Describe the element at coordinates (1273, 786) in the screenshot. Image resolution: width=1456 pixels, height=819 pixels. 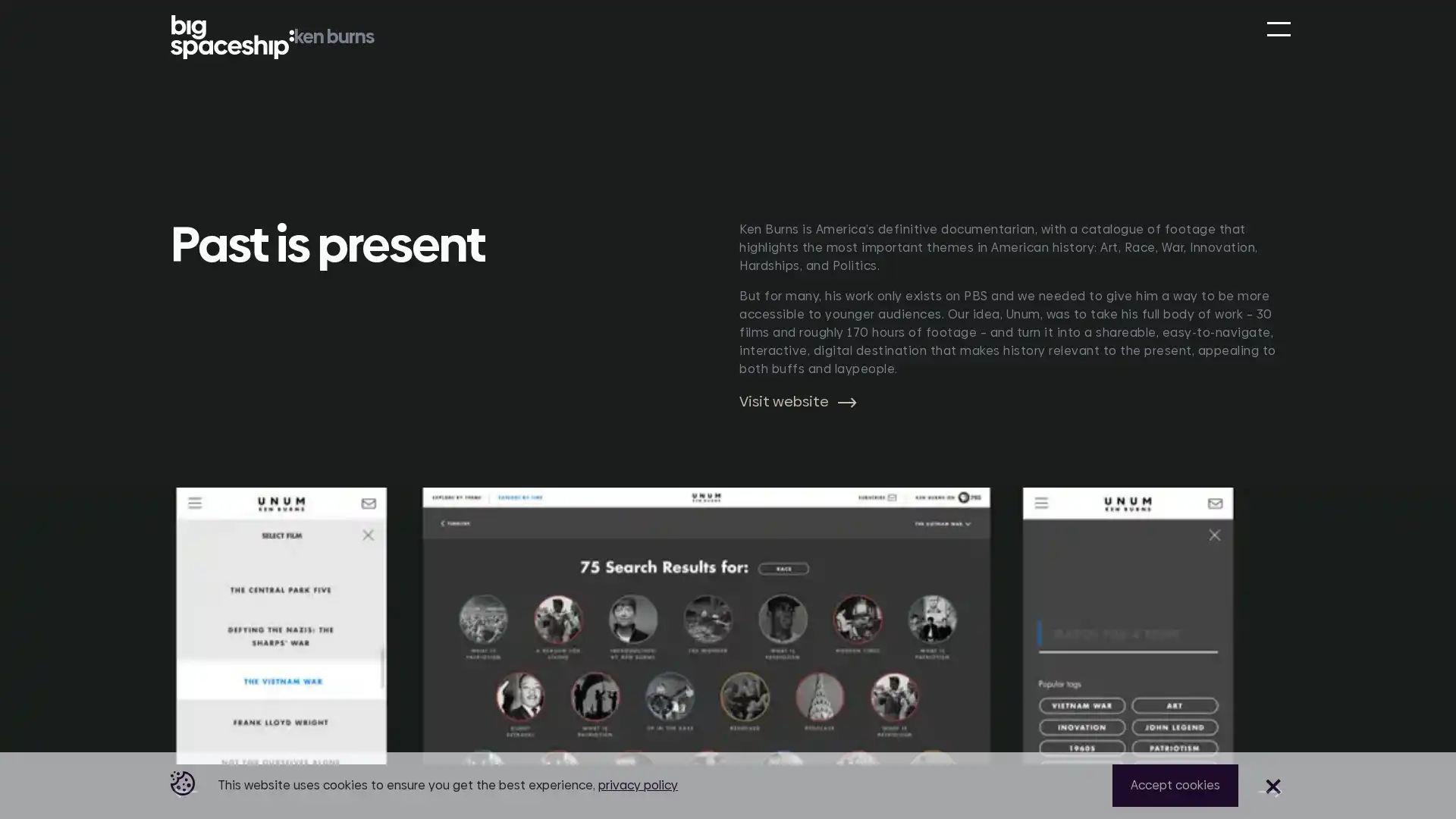
I see `Close` at that location.